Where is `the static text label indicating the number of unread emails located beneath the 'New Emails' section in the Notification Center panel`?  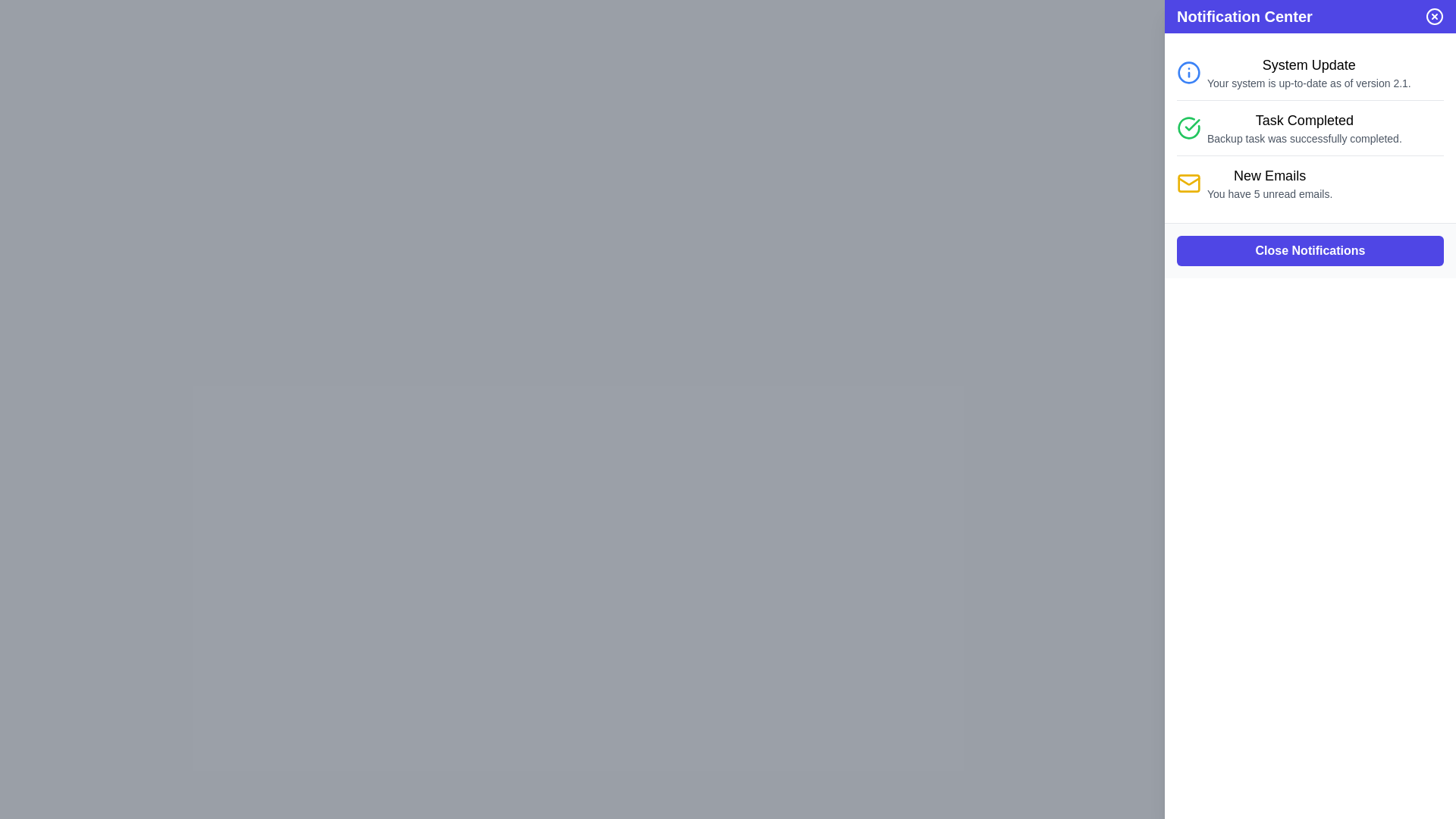 the static text label indicating the number of unread emails located beneath the 'New Emails' section in the Notification Center panel is located at coordinates (1269, 193).